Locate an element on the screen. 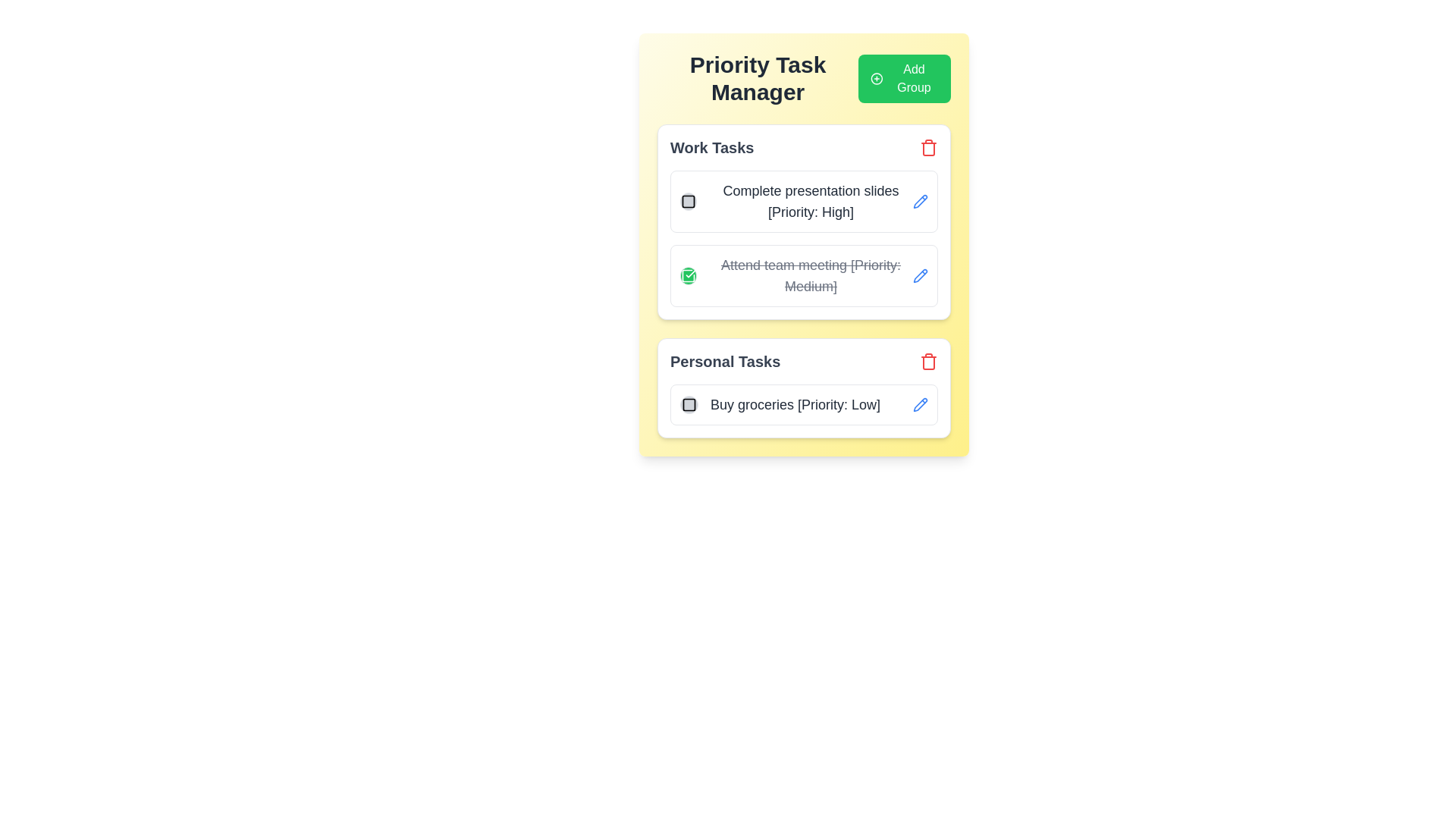  the green circular checkbox button with a checkmark icon to mark the task 'Attend team meeting [Priority: Medium]' as completed is located at coordinates (687, 275).